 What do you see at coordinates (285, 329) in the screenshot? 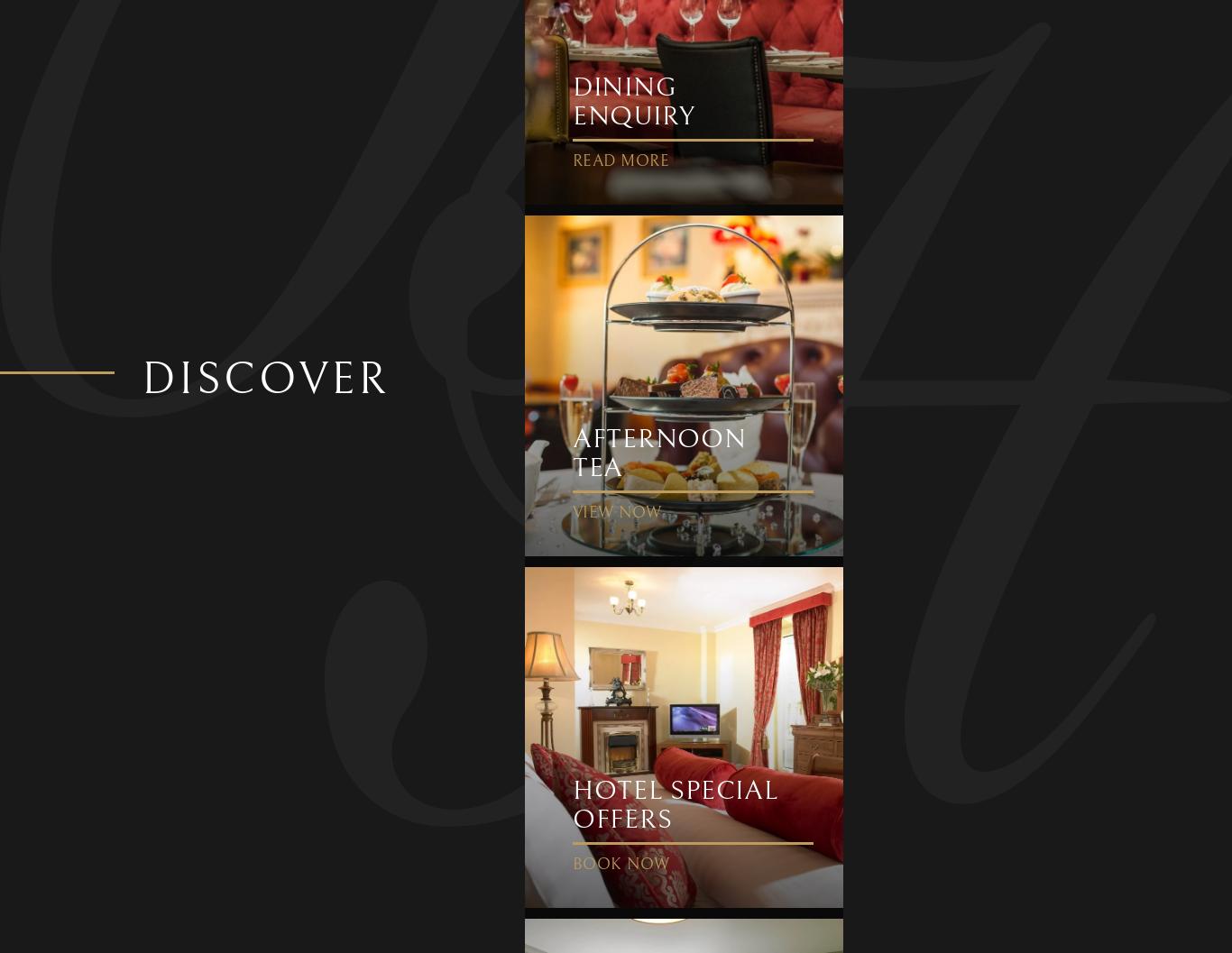
I see `'Gallery'` at bounding box center [285, 329].